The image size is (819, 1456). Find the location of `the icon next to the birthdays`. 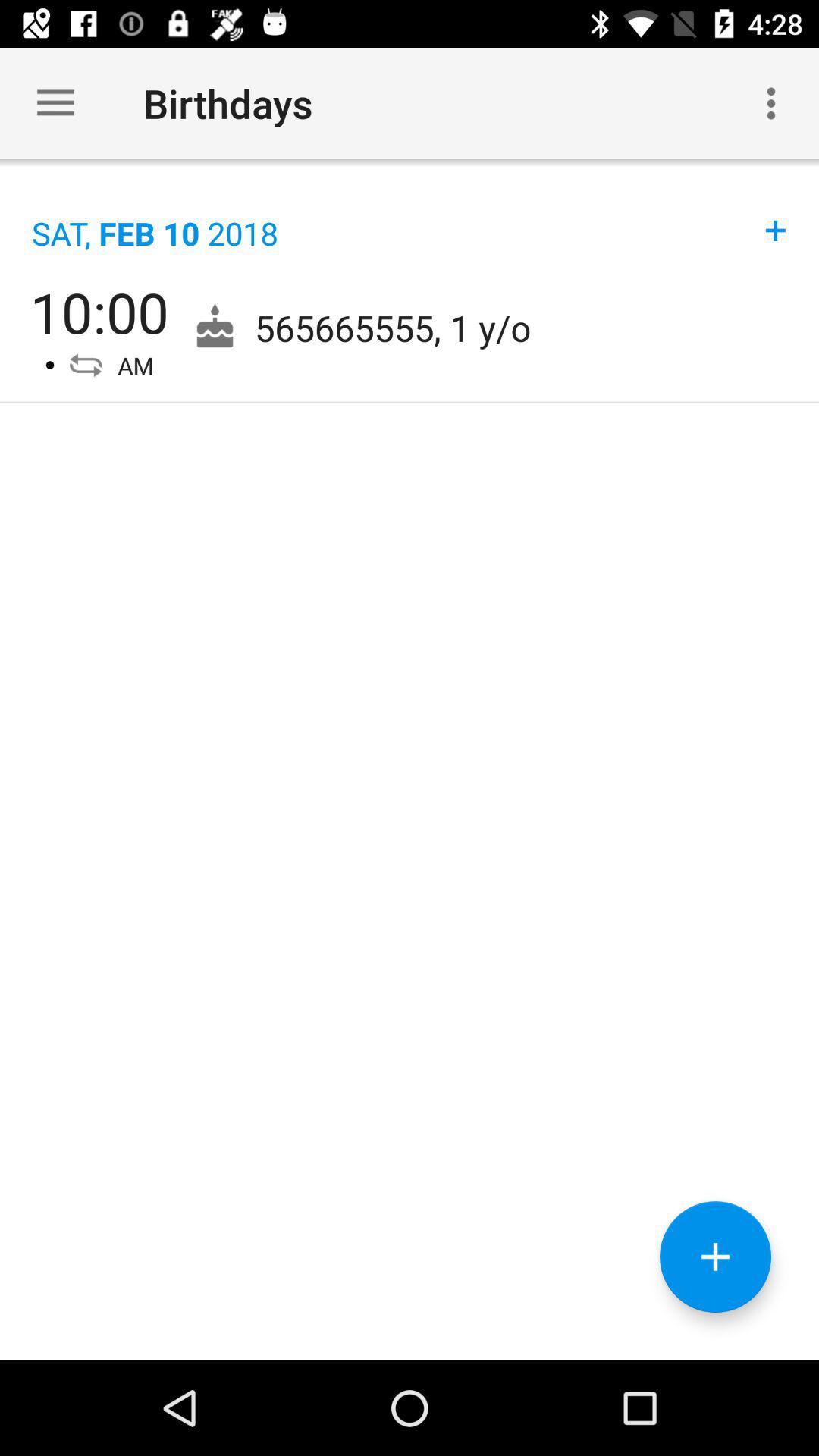

the icon next to the birthdays is located at coordinates (771, 102).